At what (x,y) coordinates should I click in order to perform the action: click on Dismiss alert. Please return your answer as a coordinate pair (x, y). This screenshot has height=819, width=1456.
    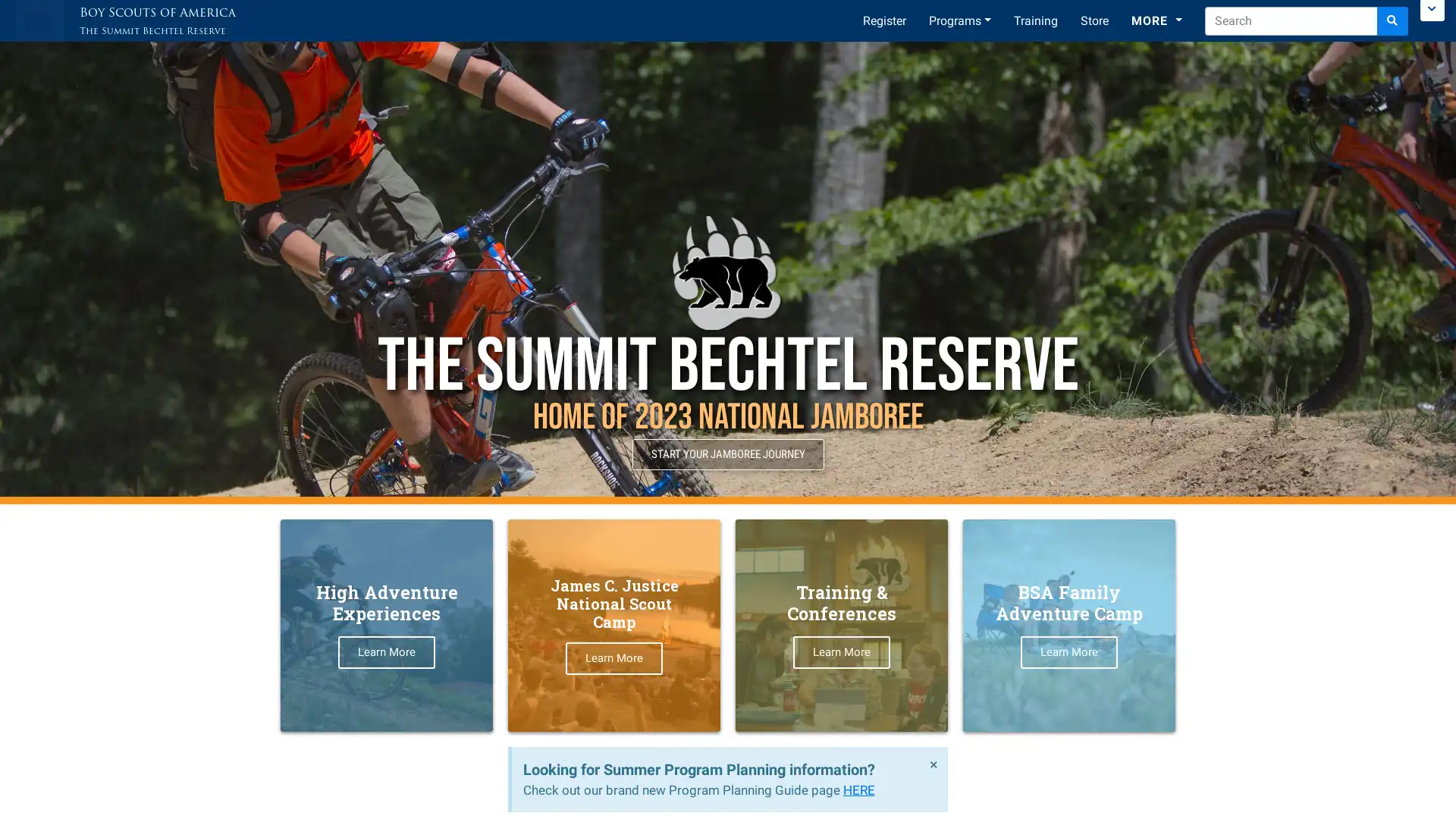
    Looking at the image, I should click on (933, 764).